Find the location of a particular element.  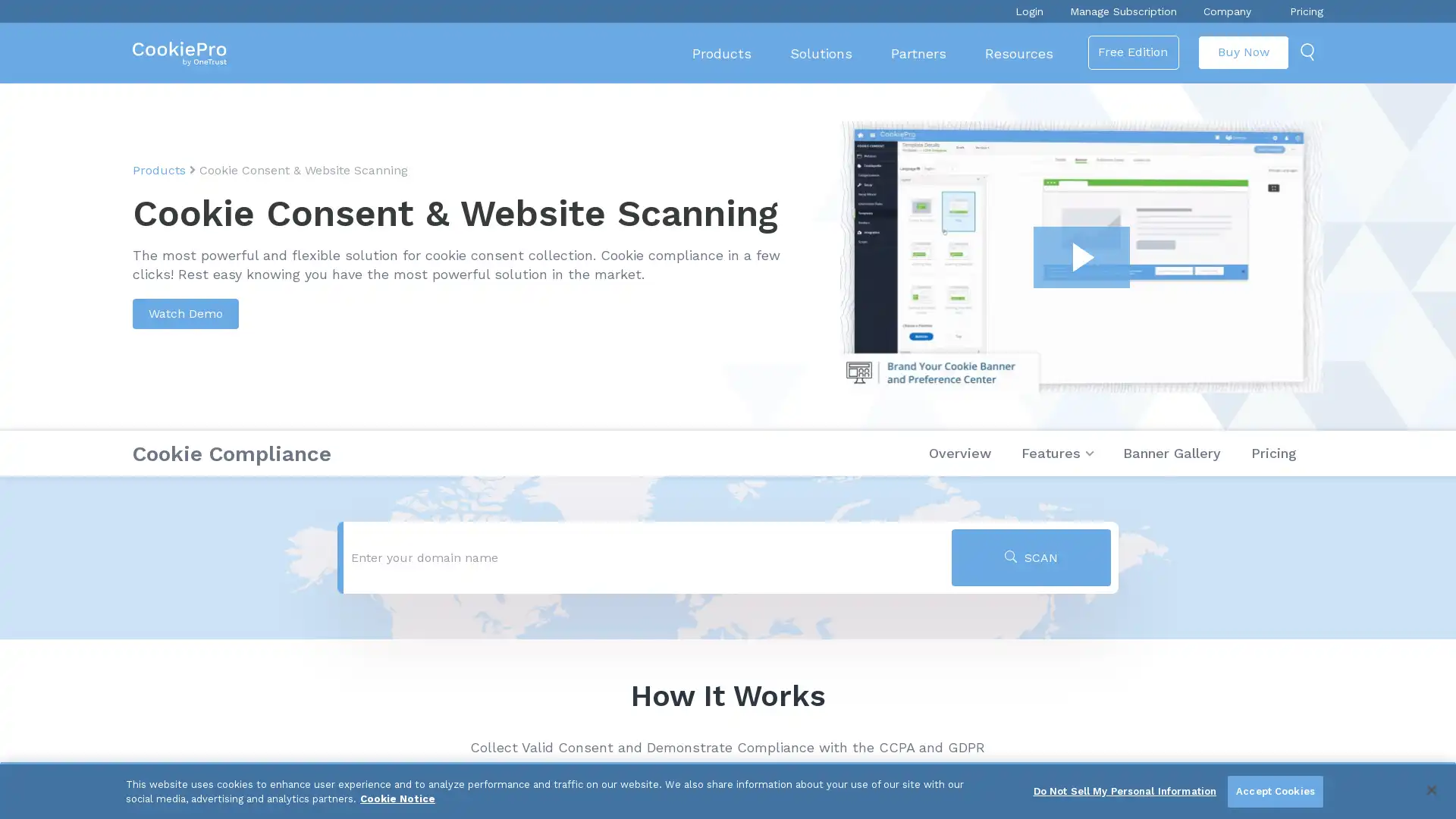

Play is located at coordinates (1081, 256).